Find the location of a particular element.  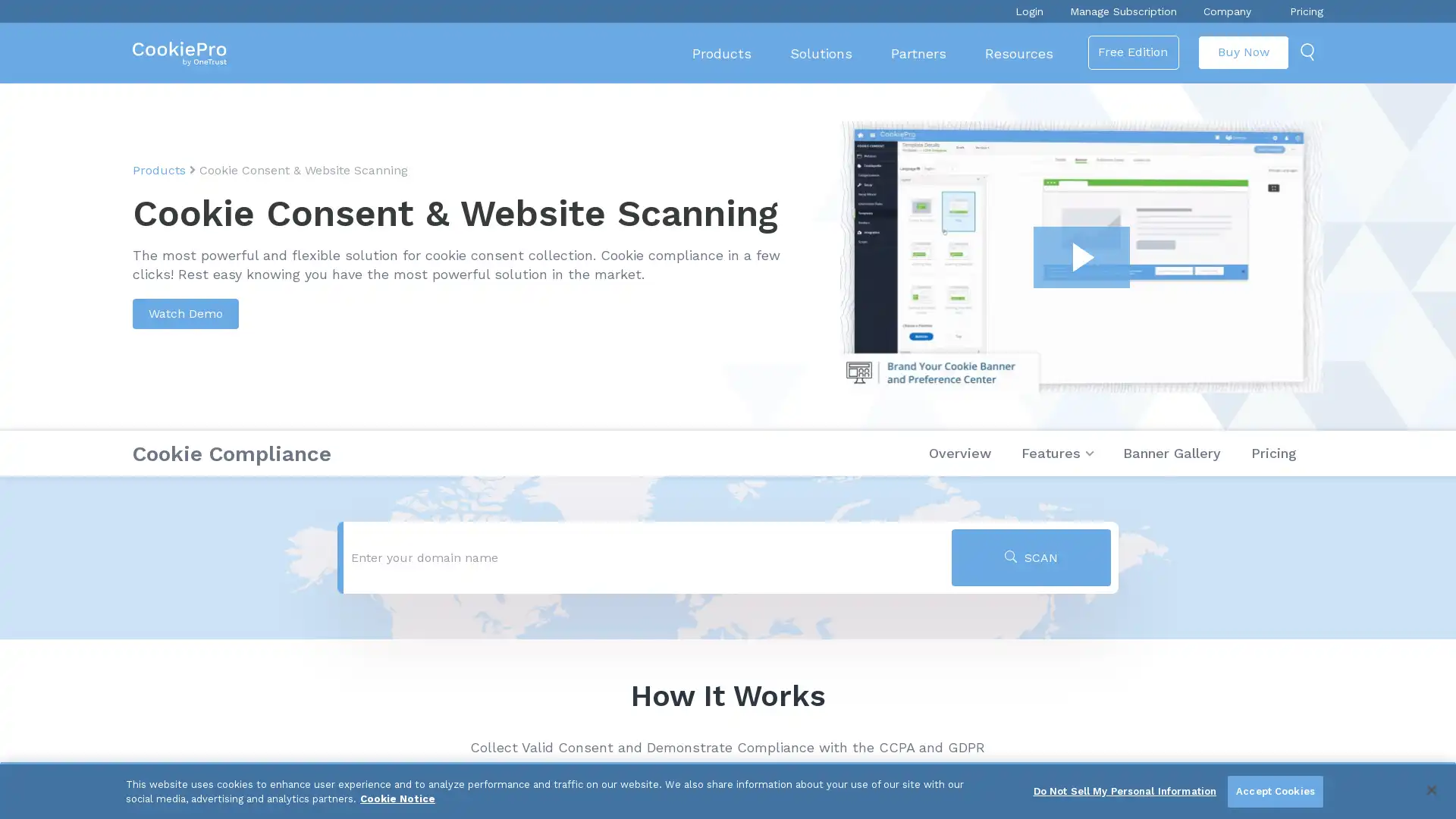

Play is located at coordinates (1081, 256).